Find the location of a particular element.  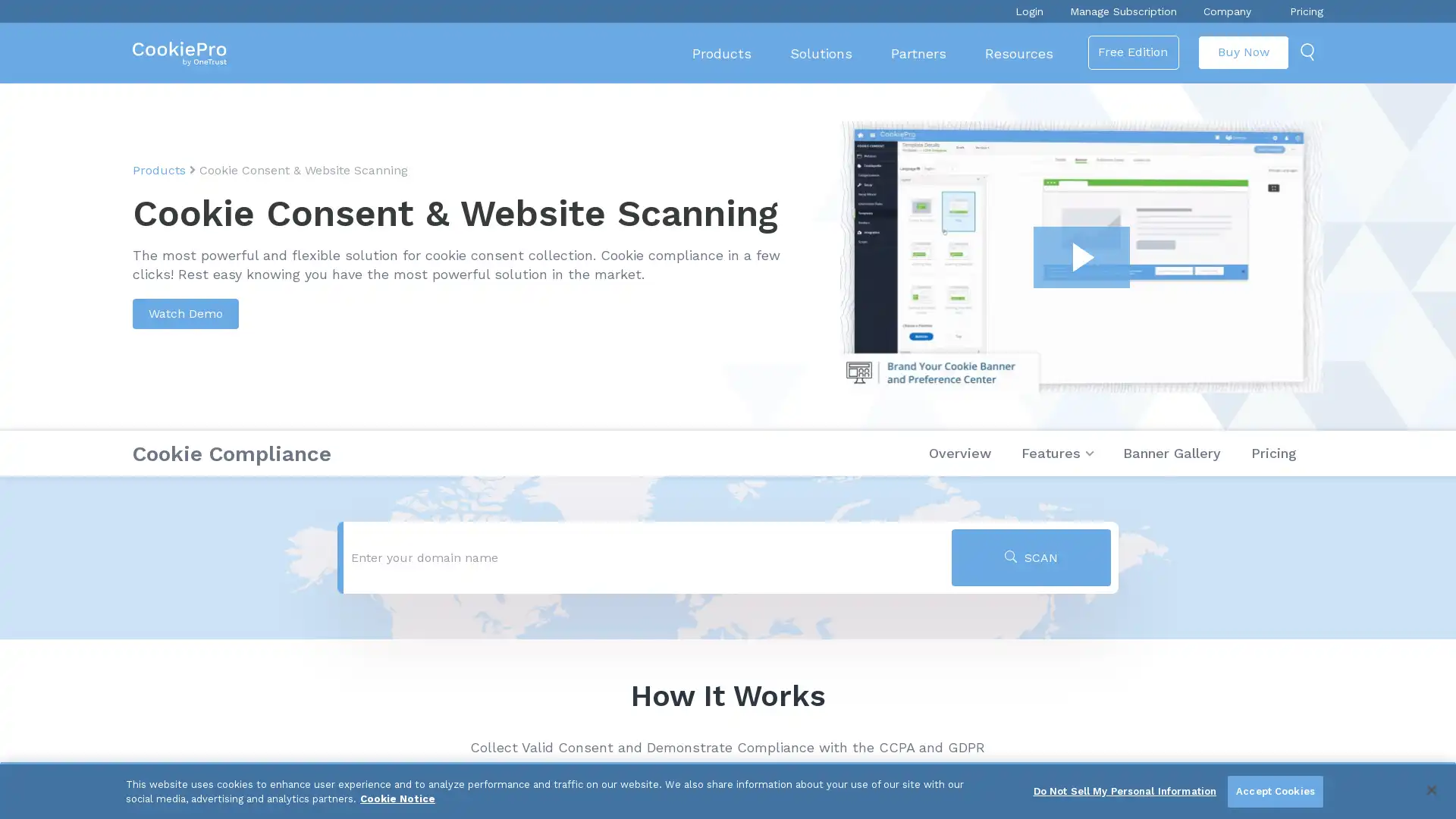

Play is located at coordinates (1081, 256).